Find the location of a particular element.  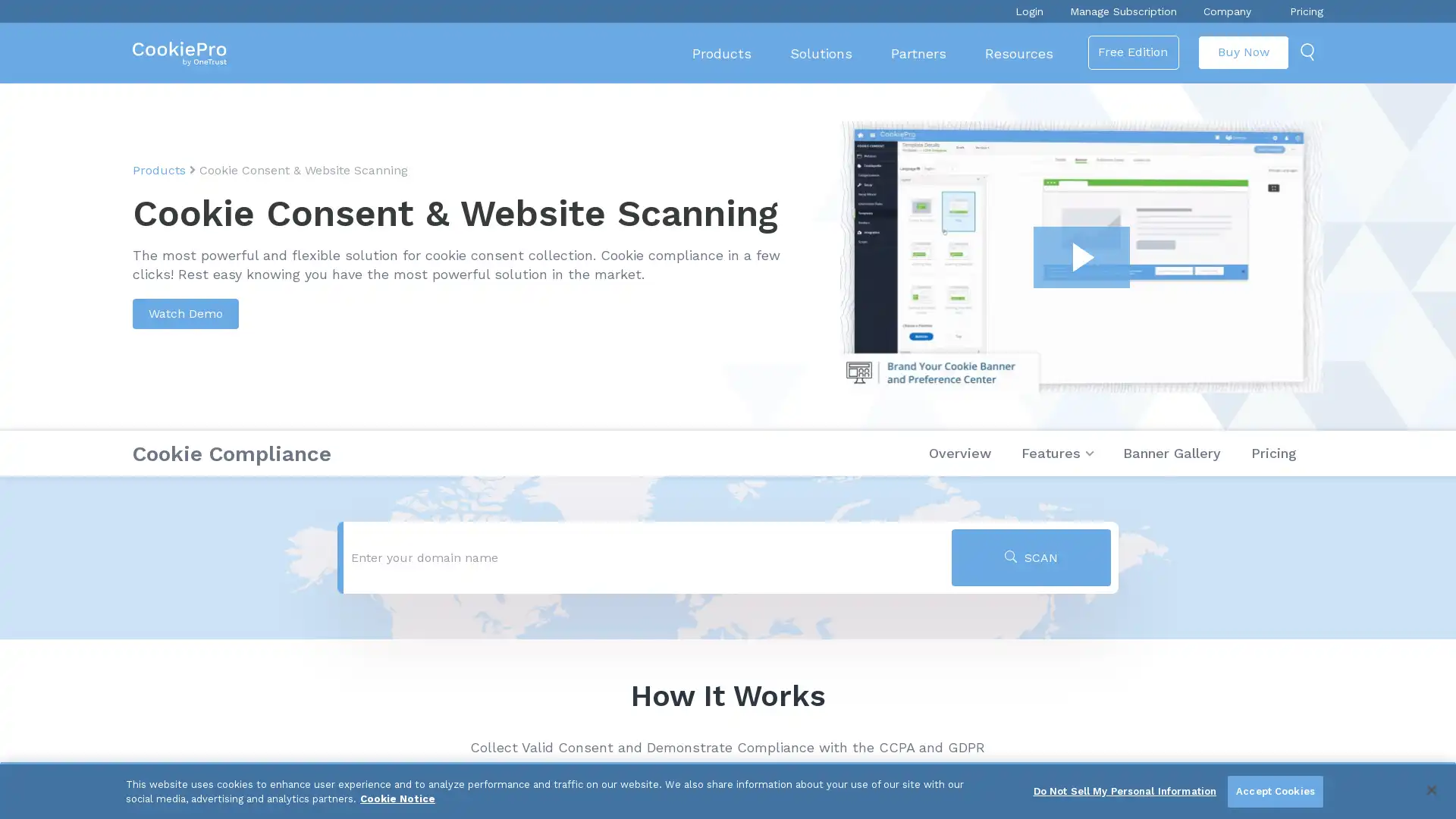

Play is located at coordinates (1081, 256).